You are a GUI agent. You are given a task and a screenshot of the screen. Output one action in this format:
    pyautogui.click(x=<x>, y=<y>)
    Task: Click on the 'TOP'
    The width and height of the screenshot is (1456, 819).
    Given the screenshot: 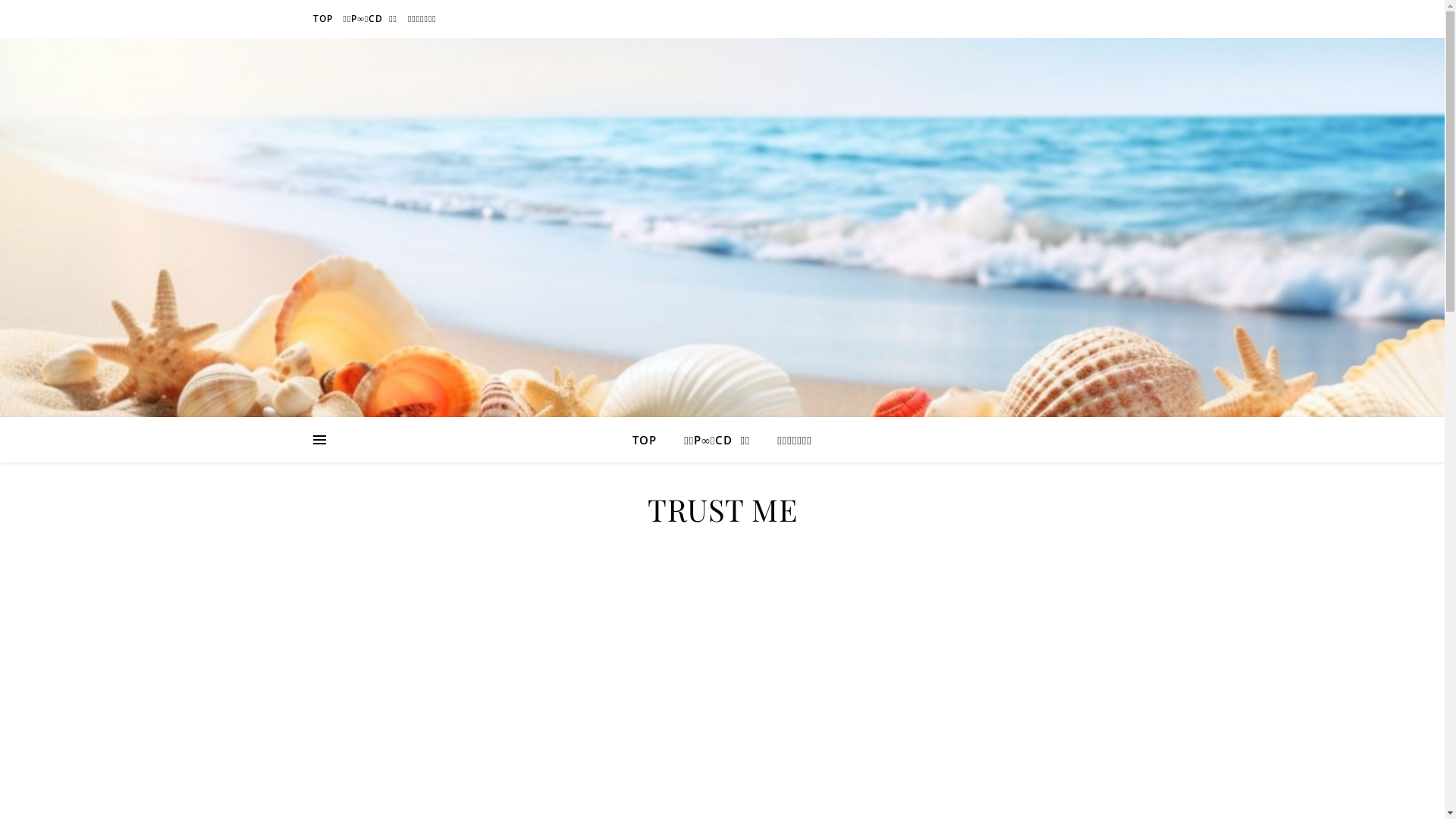 What is the action you would take?
    pyautogui.click(x=632, y=439)
    